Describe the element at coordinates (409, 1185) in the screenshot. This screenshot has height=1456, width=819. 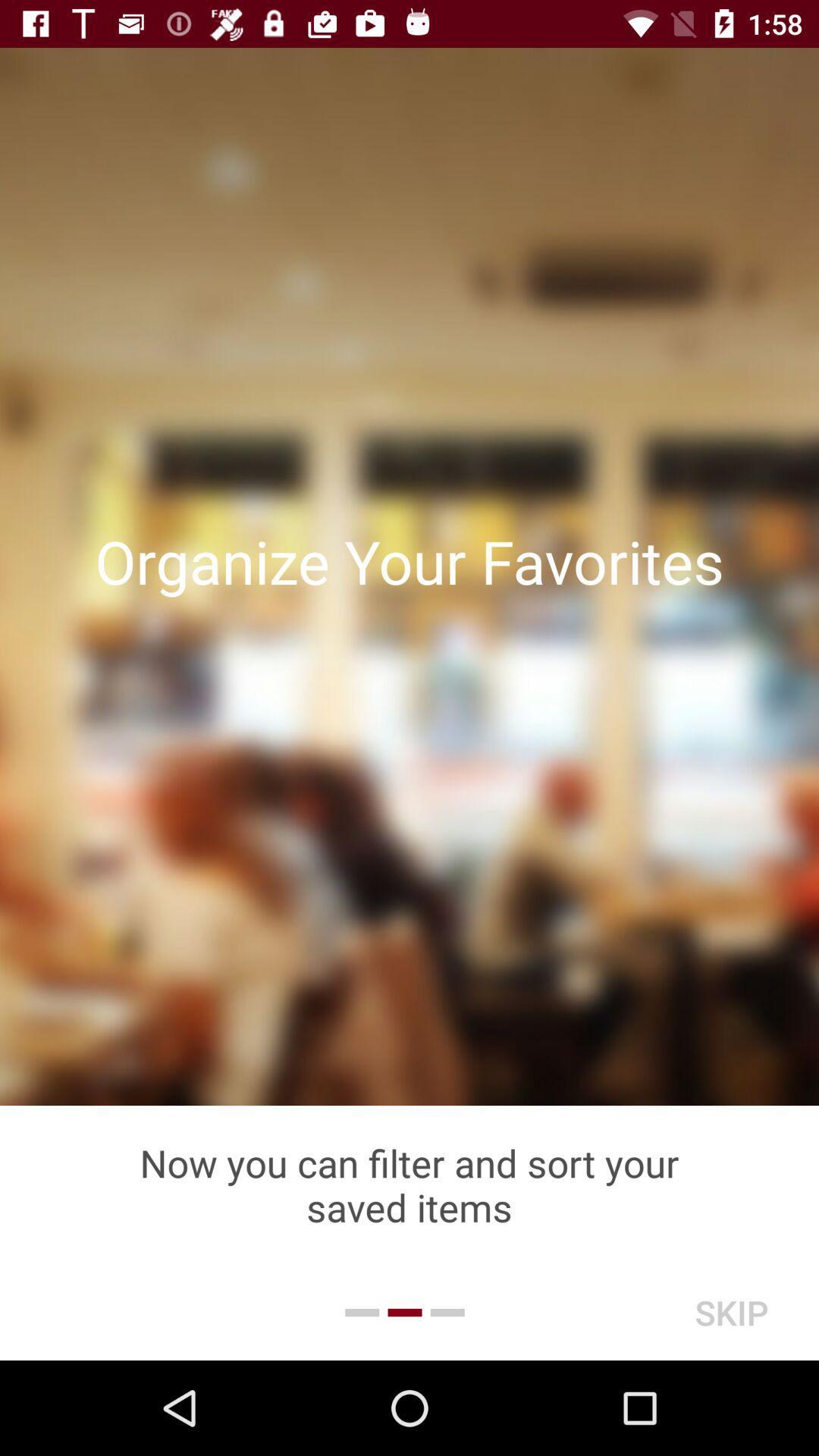
I see `the now you can icon` at that location.